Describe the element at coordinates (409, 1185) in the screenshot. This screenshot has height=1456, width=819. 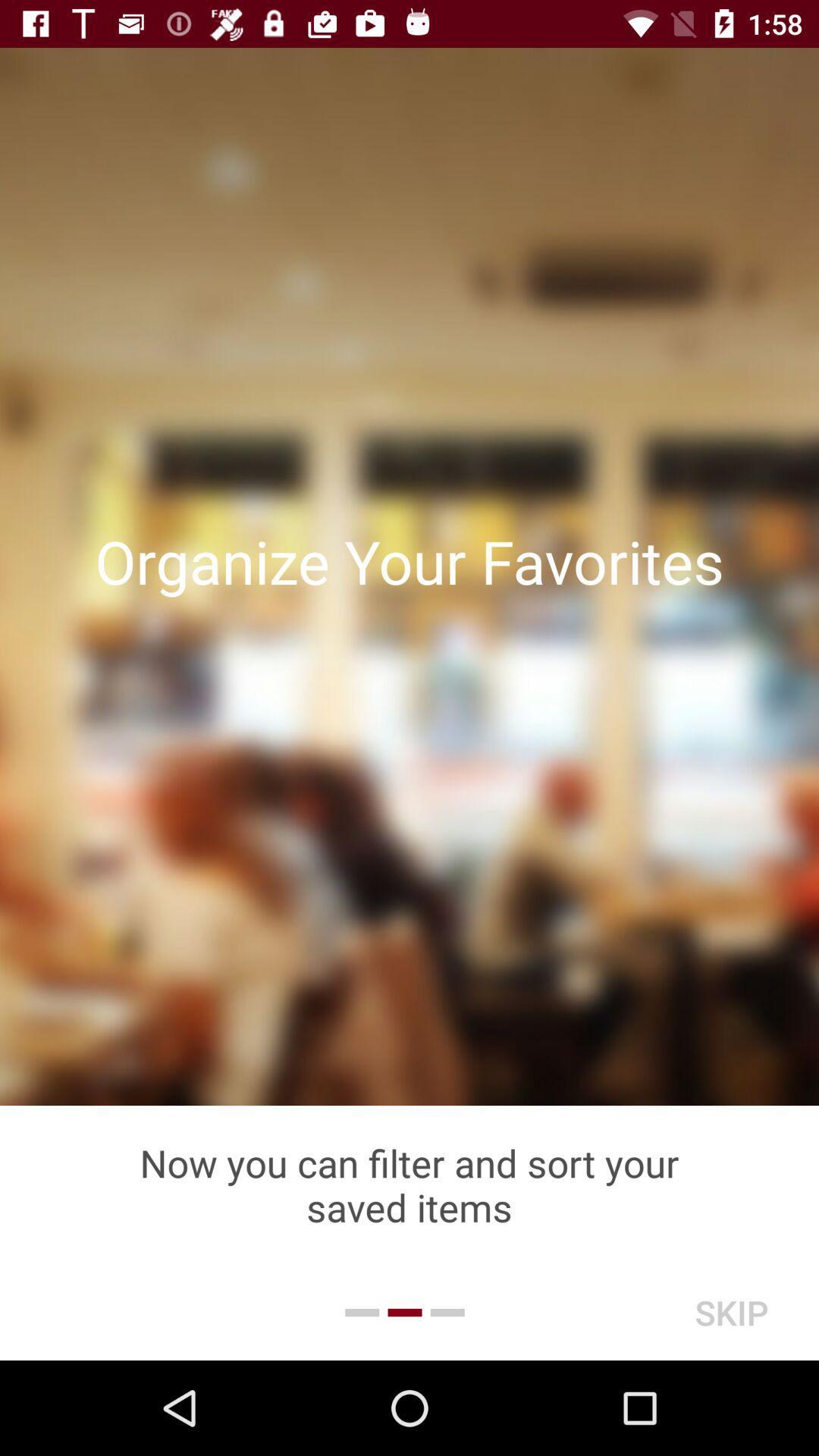
I see `the now you can icon` at that location.